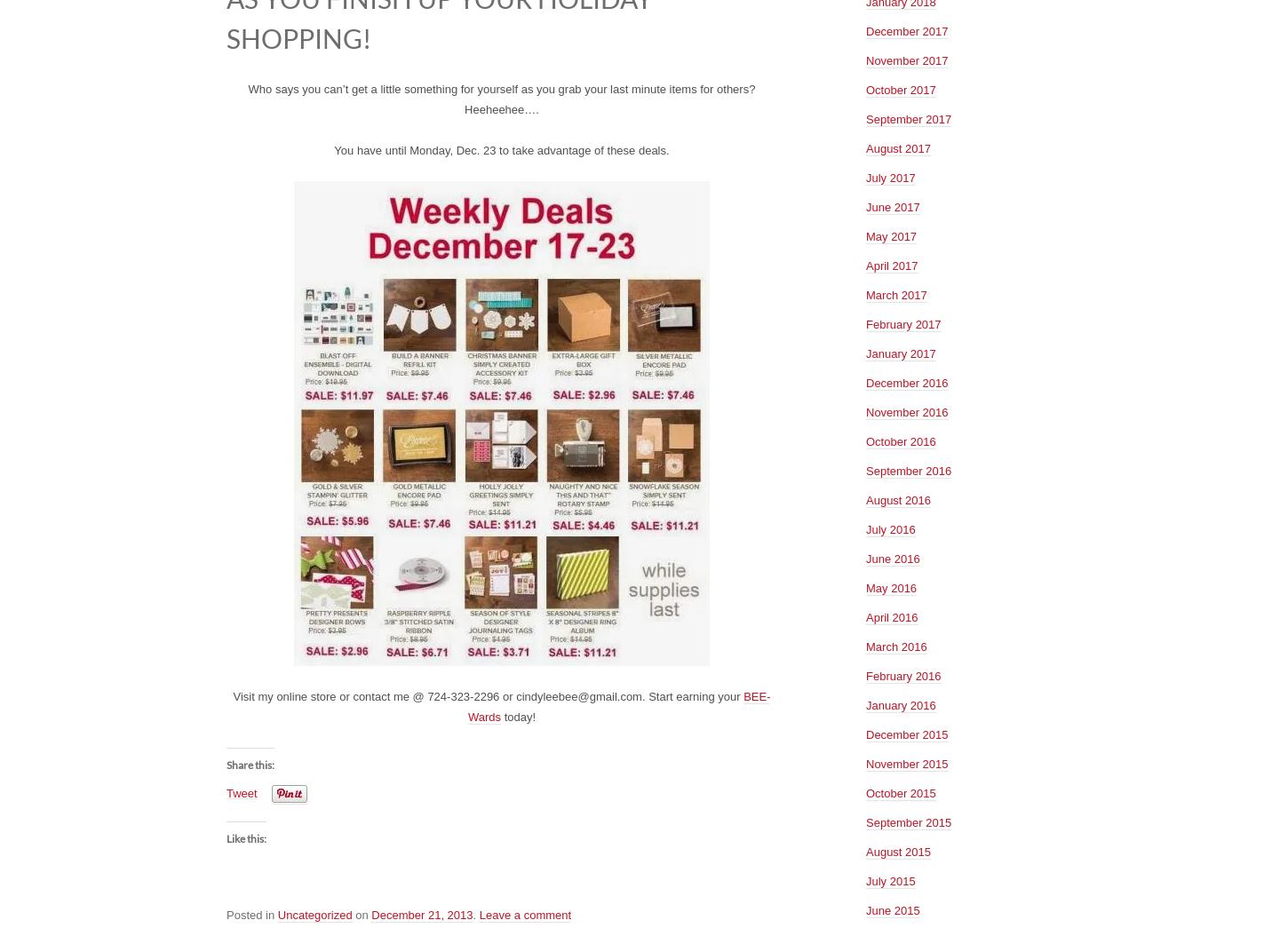 This screenshot has width=1288, height=936. What do you see at coordinates (617, 705) in the screenshot?
I see `'BEE-Wards'` at bounding box center [617, 705].